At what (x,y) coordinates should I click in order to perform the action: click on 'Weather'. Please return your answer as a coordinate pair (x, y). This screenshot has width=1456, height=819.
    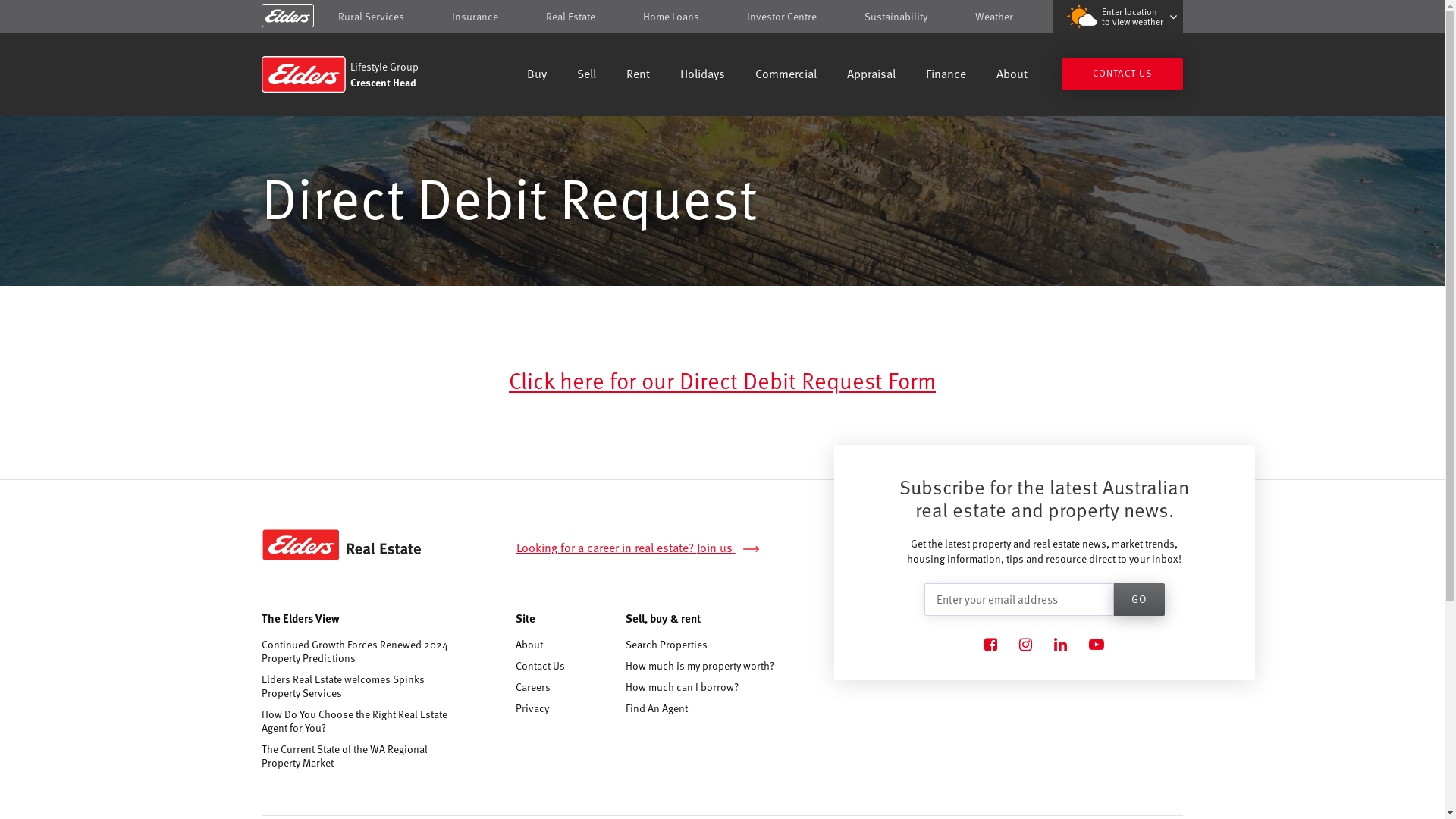
    Looking at the image, I should click on (993, 16).